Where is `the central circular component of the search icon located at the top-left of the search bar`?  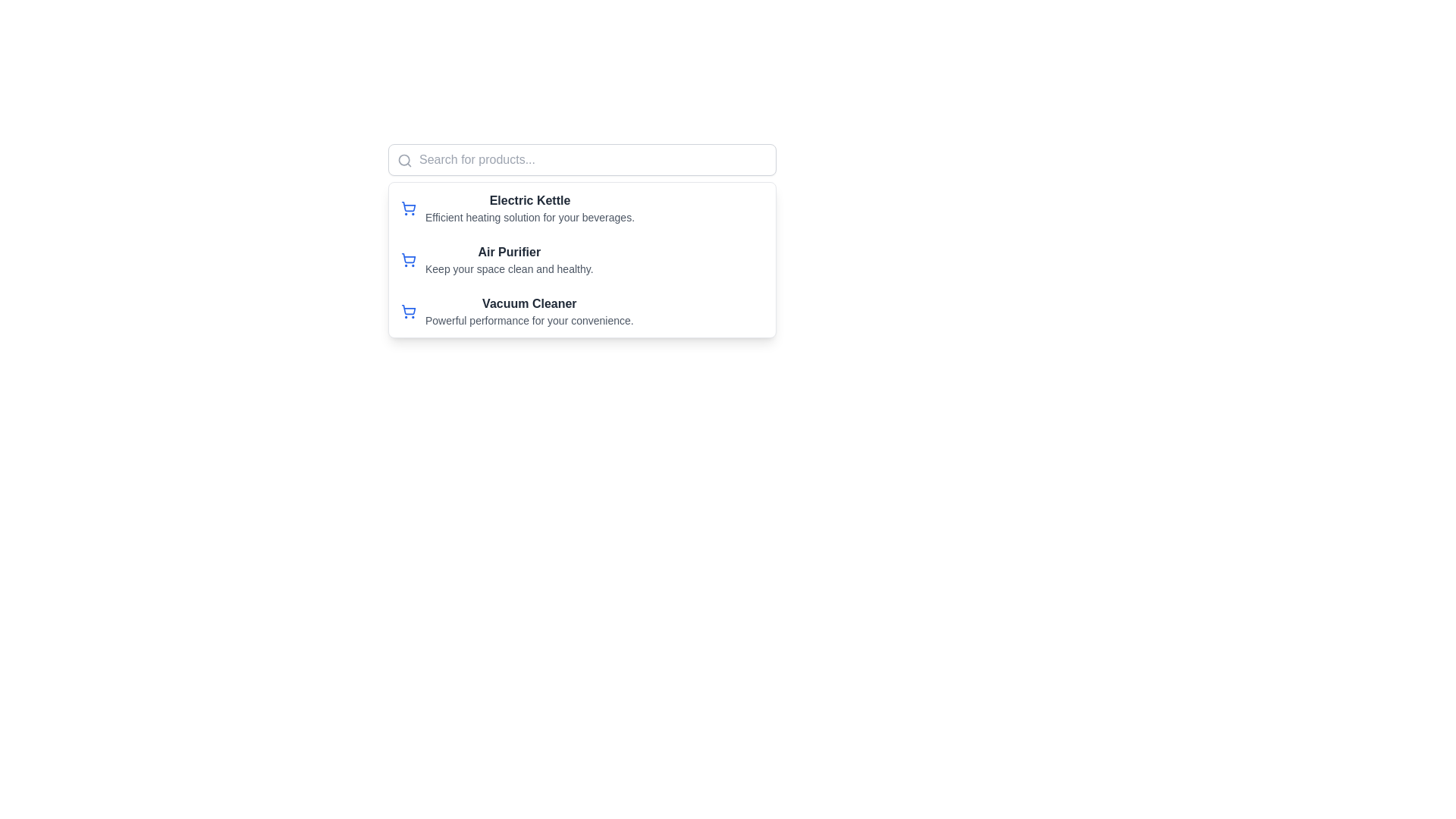 the central circular component of the search icon located at the top-left of the search bar is located at coordinates (404, 160).